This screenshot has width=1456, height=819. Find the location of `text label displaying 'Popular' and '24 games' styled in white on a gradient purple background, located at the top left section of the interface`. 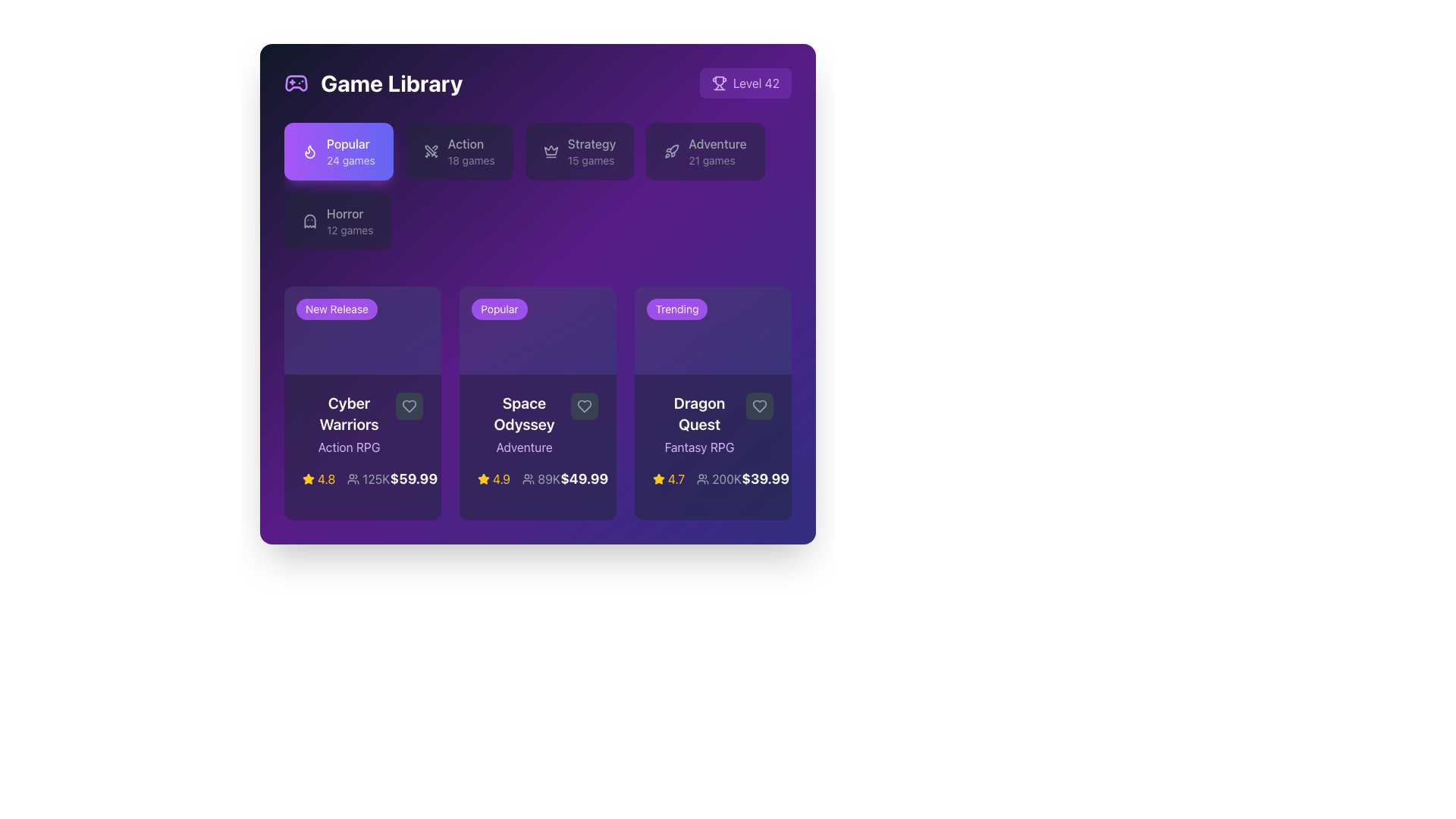

text label displaying 'Popular' and '24 games' styled in white on a gradient purple background, located at the top left section of the interface is located at coordinates (350, 152).